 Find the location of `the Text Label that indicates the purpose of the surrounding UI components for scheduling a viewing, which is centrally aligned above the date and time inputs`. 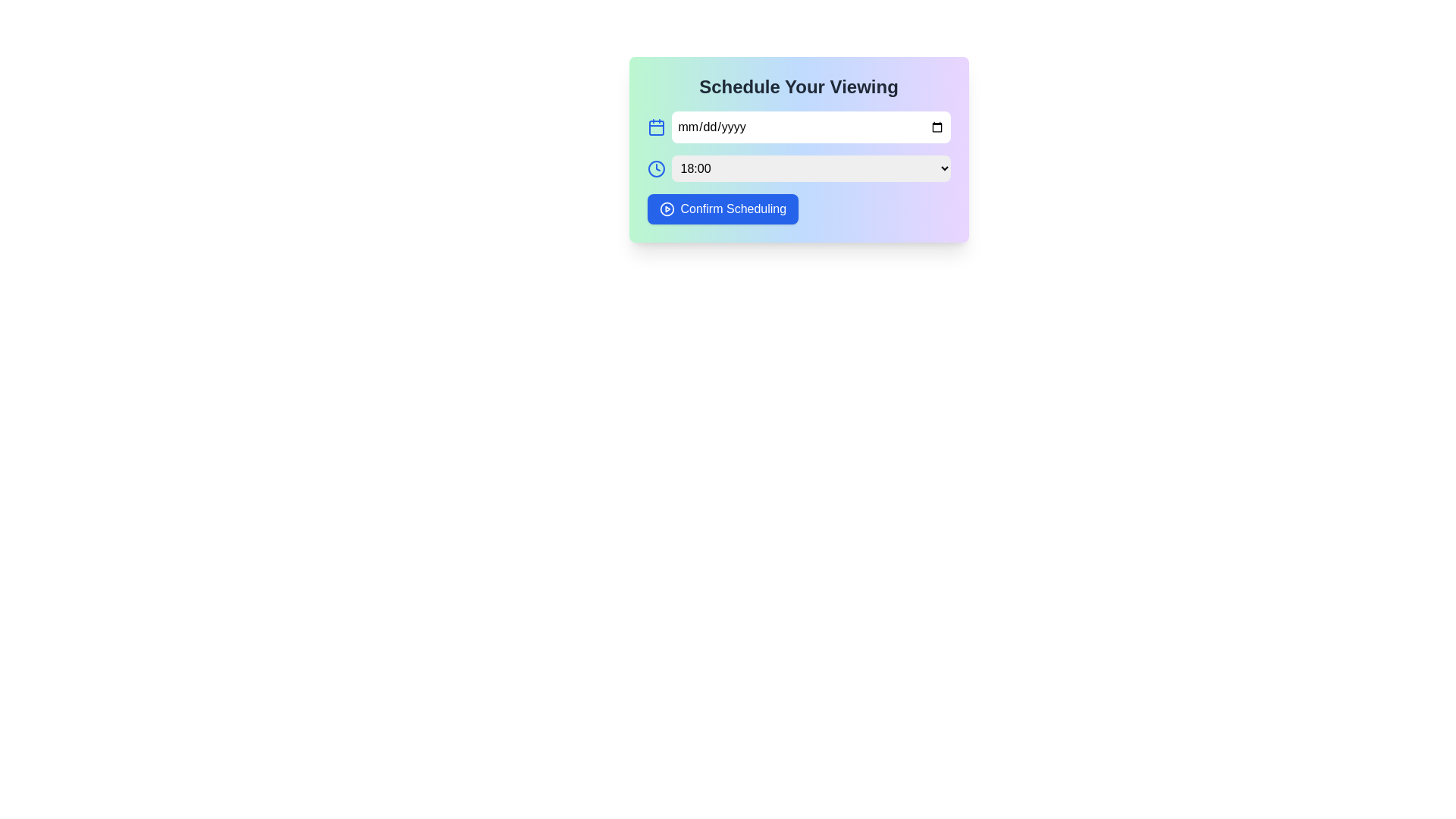

the Text Label that indicates the purpose of the surrounding UI components for scheduling a viewing, which is centrally aligned above the date and time inputs is located at coordinates (798, 87).